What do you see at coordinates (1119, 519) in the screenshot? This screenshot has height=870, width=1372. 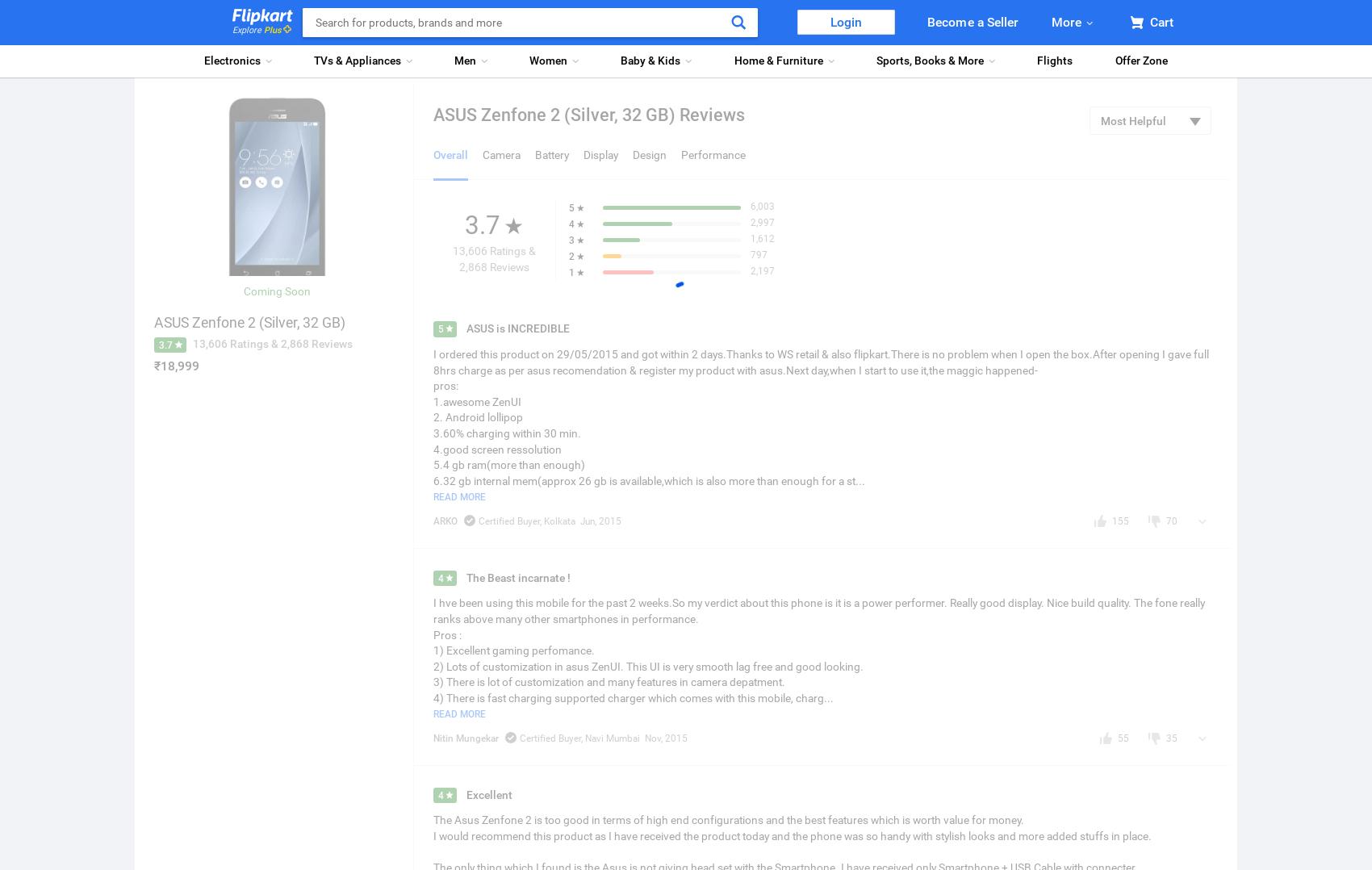 I see `'155'` at bounding box center [1119, 519].